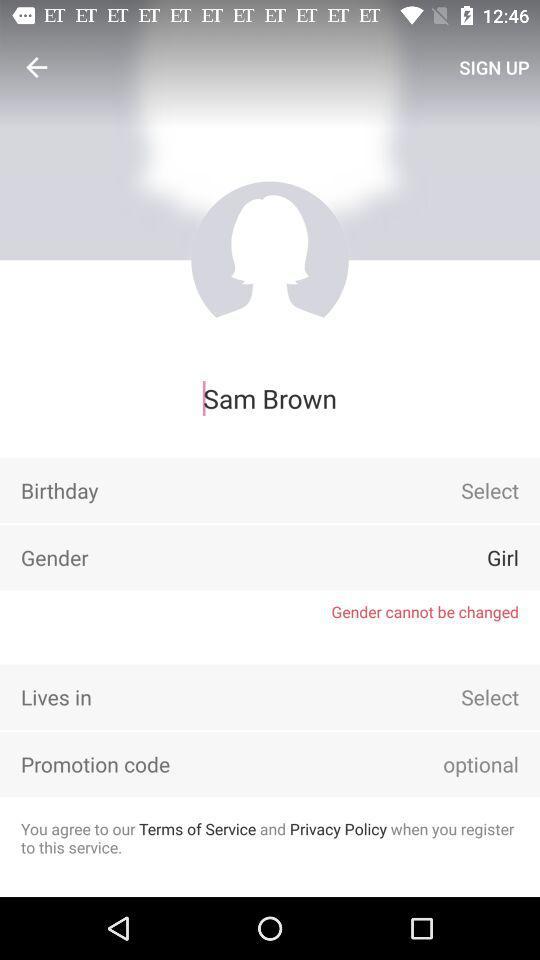 The image size is (540, 960). Describe the element at coordinates (270, 397) in the screenshot. I see `sam brown item` at that location.